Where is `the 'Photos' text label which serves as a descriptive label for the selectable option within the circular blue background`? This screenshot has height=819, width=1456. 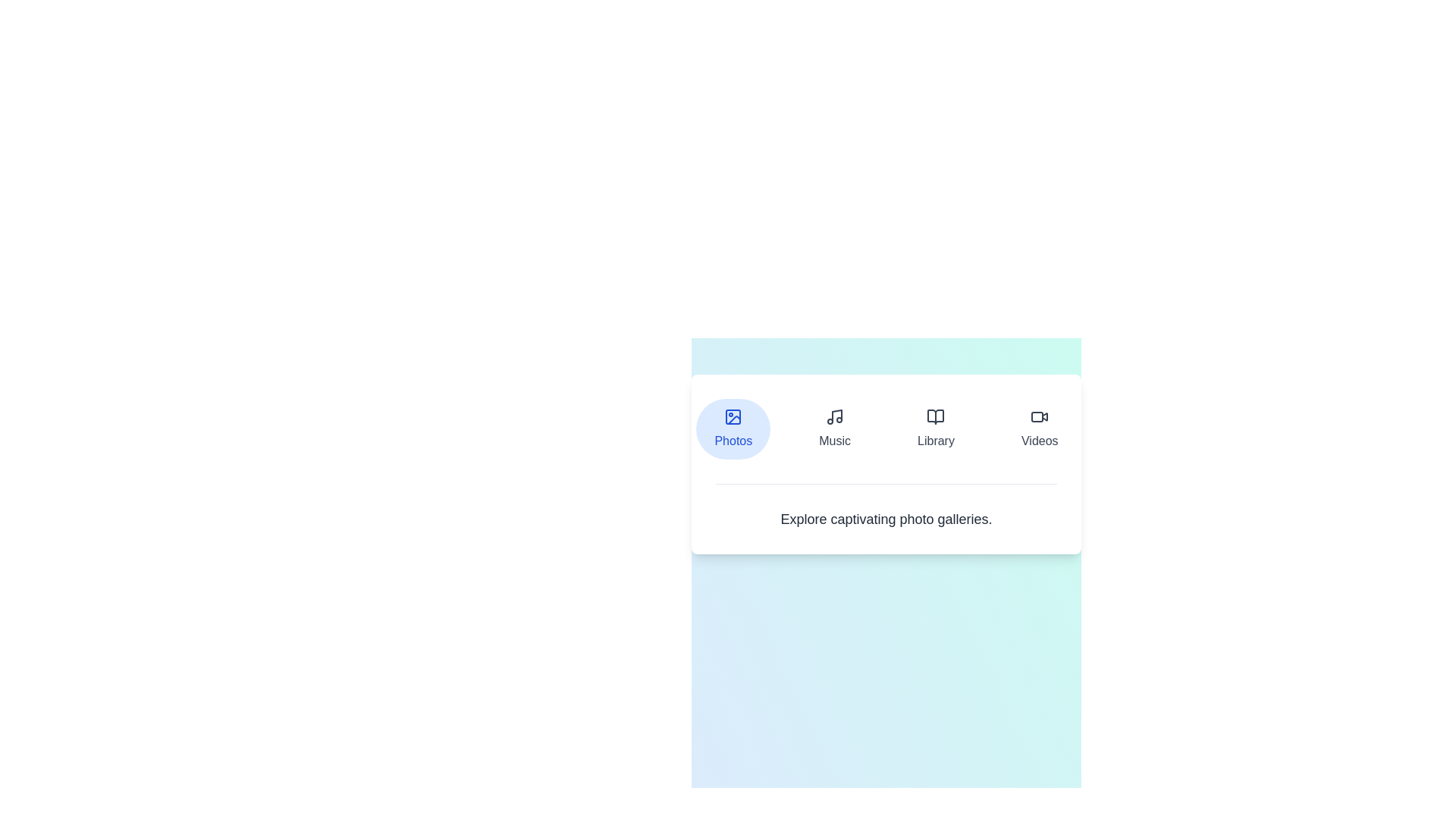
the 'Photos' text label which serves as a descriptive label for the selectable option within the circular blue background is located at coordinates (733, 441).